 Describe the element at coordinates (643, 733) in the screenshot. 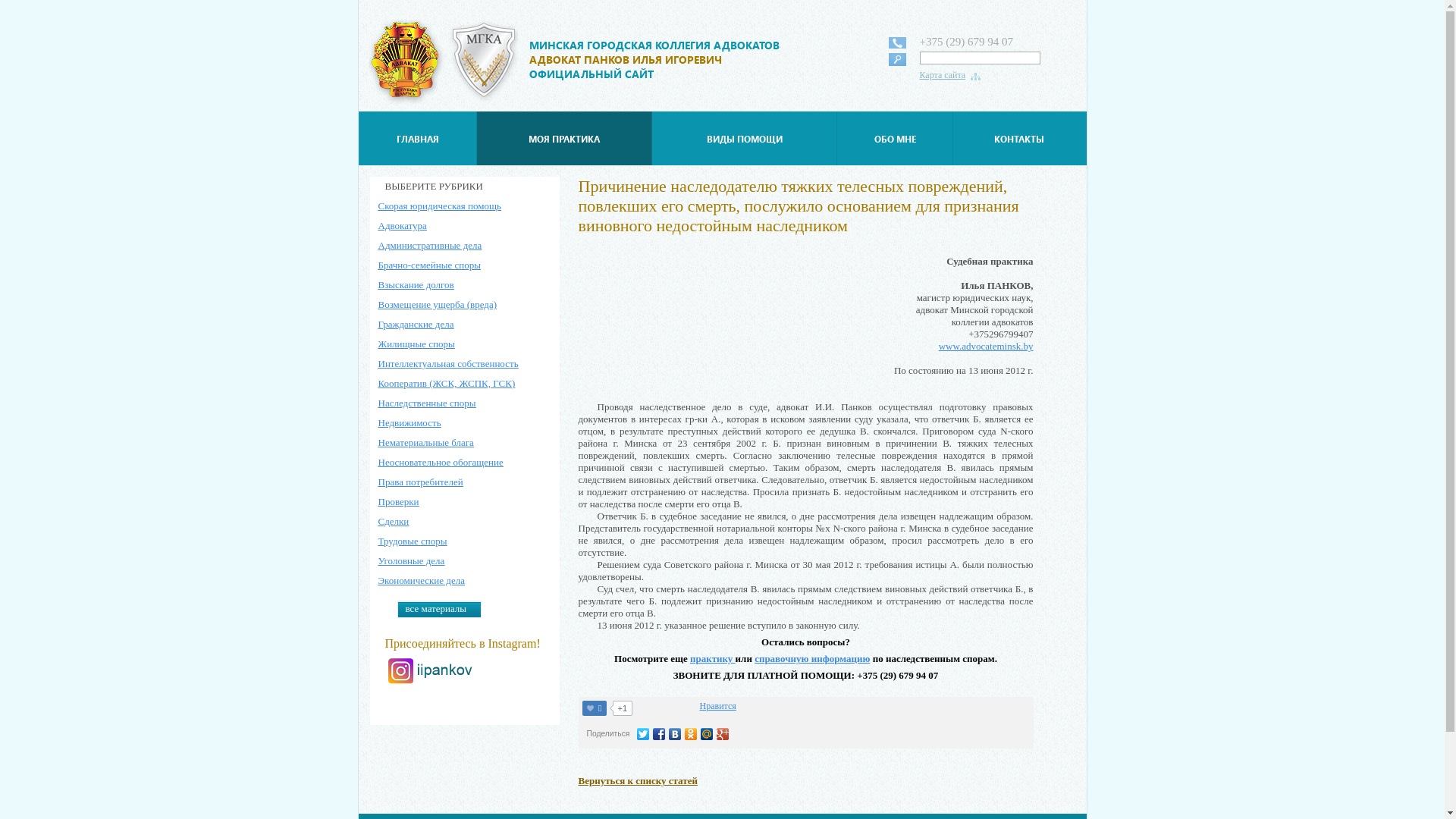

I see `'Twitter'` at that location.